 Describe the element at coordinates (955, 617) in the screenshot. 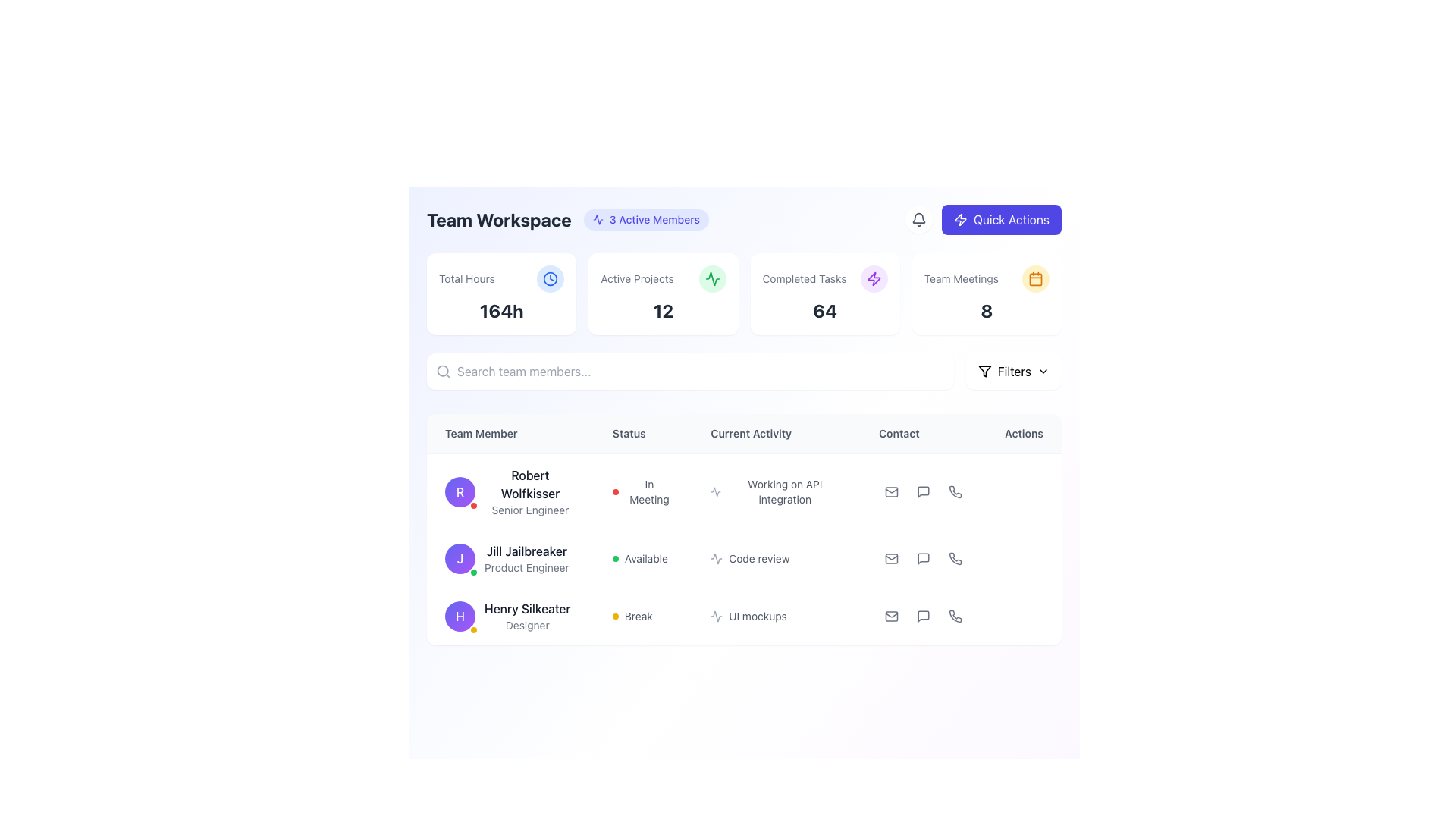

I see `the interactive shortcut icon in the 'Contact' column of the third row in the table under 'UI Mockups'` at that location.